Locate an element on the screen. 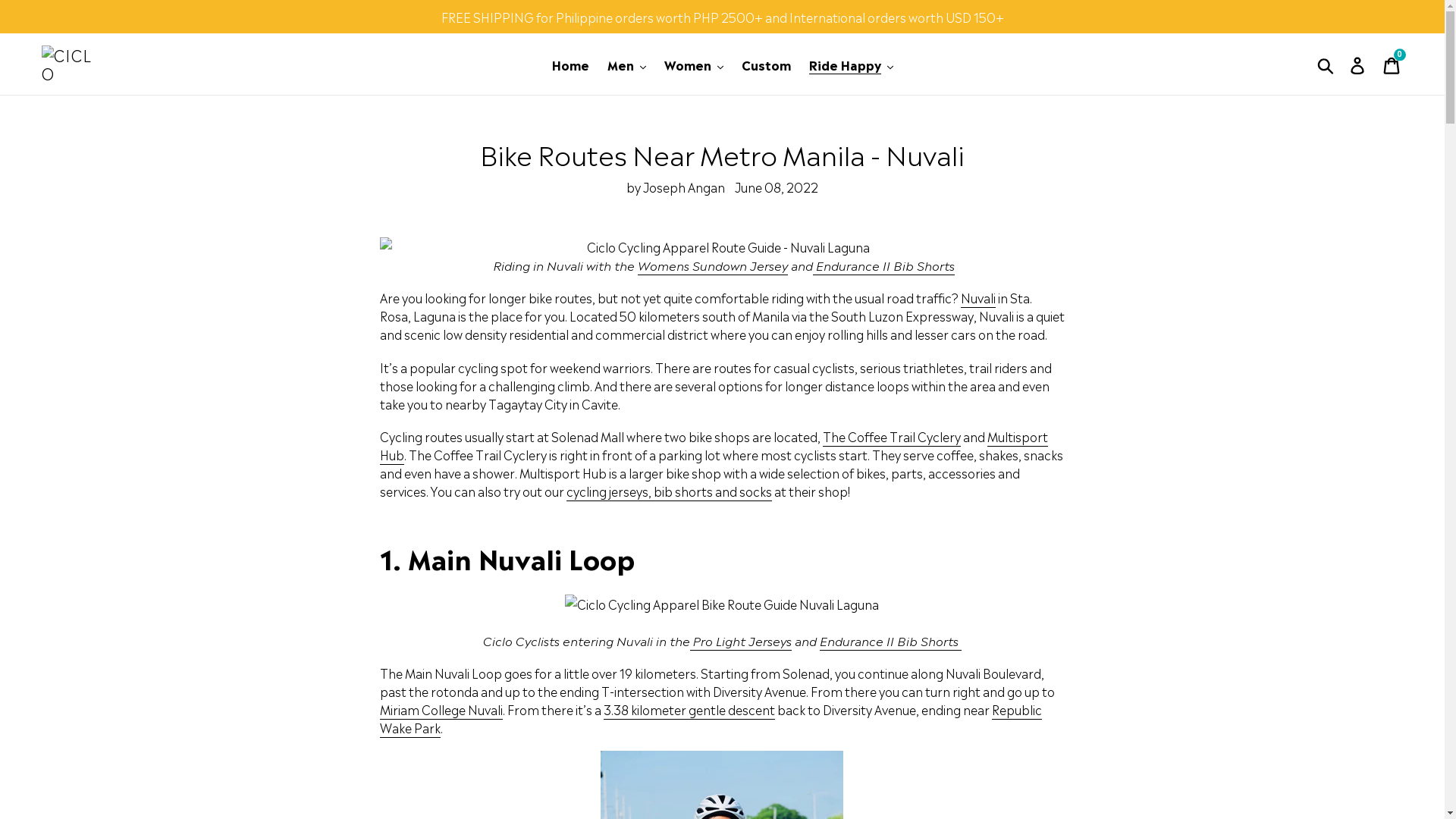  'Miriam College Nuvali' is located at coordinates (379, 710).